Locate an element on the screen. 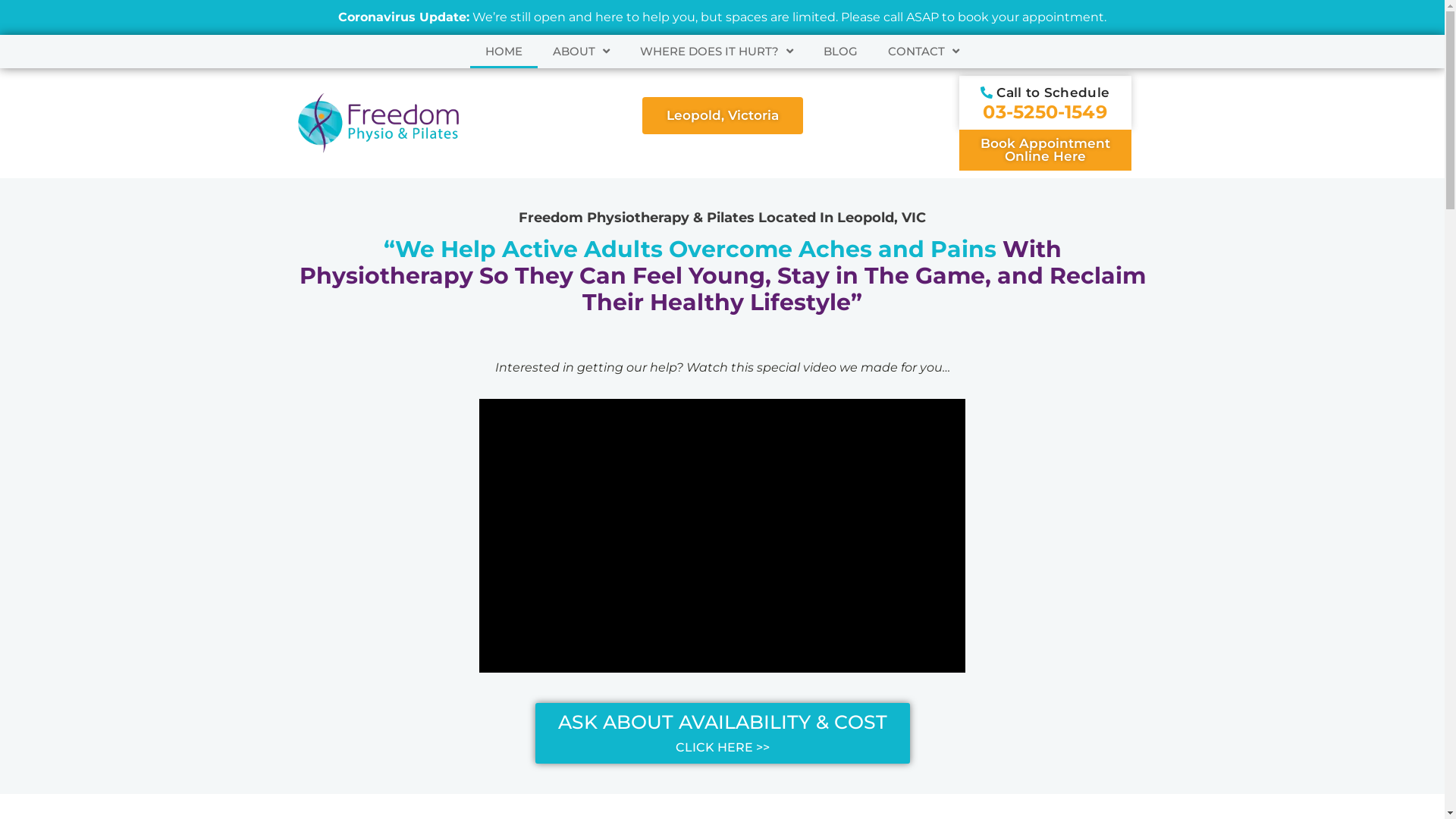 The height and width of the screenshot is (819, 1456). 'Leopold, Victoria' is located at coordinates (720, 115).